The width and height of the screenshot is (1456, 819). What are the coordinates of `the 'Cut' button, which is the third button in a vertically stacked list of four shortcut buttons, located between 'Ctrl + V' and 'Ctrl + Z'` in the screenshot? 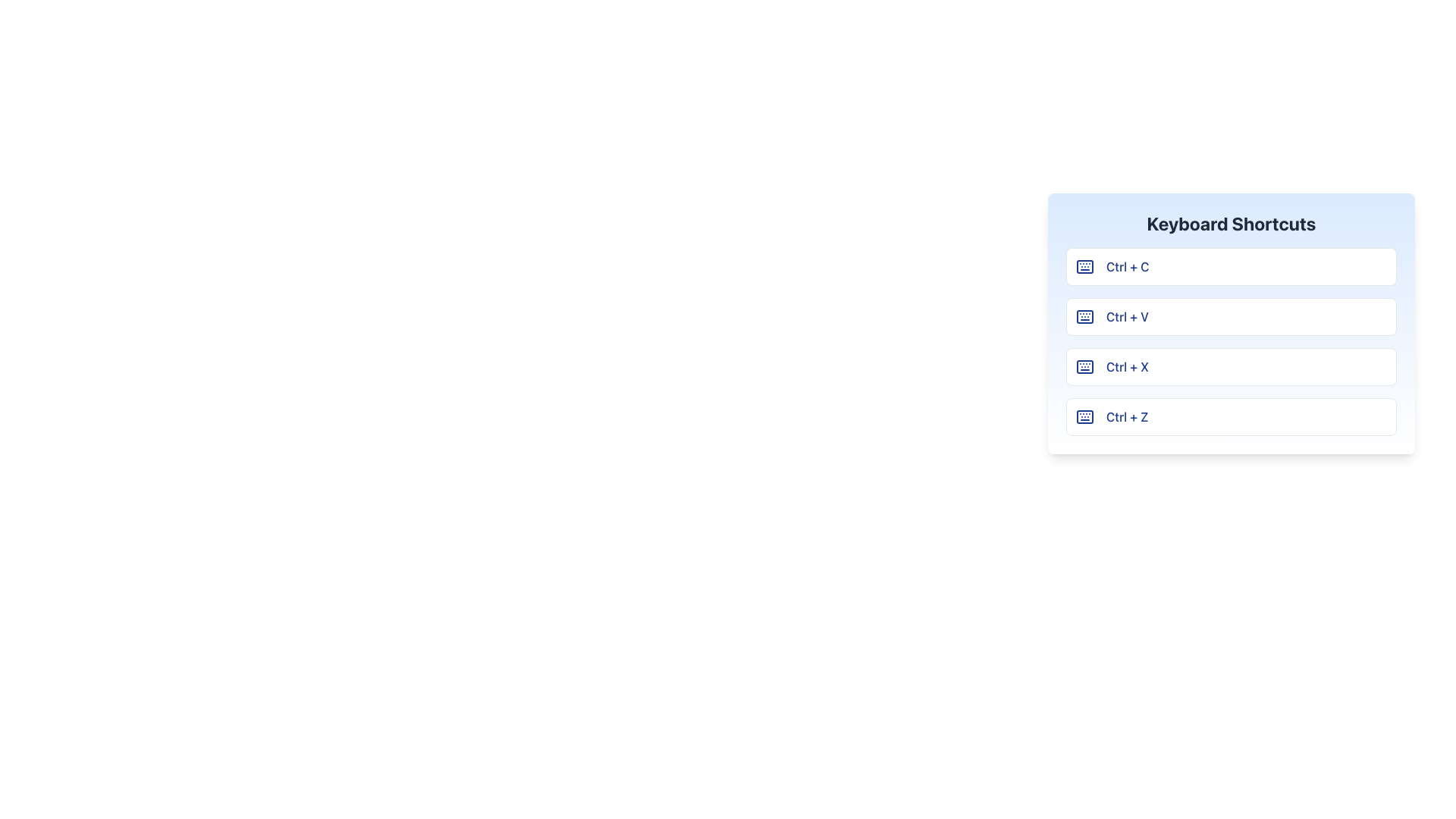 It's located at (1231, 366).